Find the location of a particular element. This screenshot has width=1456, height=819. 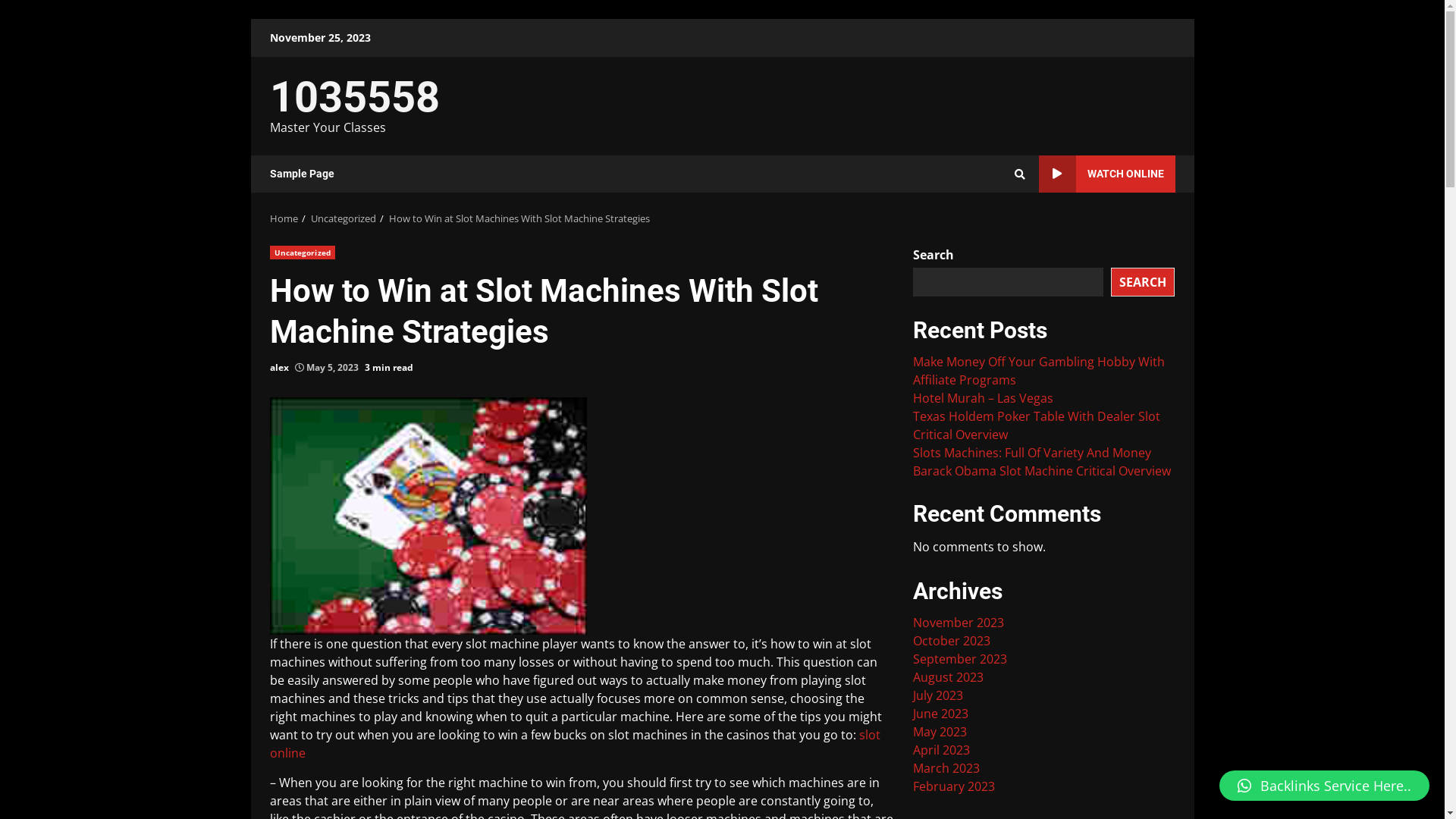

'WATCH ONLINE' is located at coordinates (1106, 173).